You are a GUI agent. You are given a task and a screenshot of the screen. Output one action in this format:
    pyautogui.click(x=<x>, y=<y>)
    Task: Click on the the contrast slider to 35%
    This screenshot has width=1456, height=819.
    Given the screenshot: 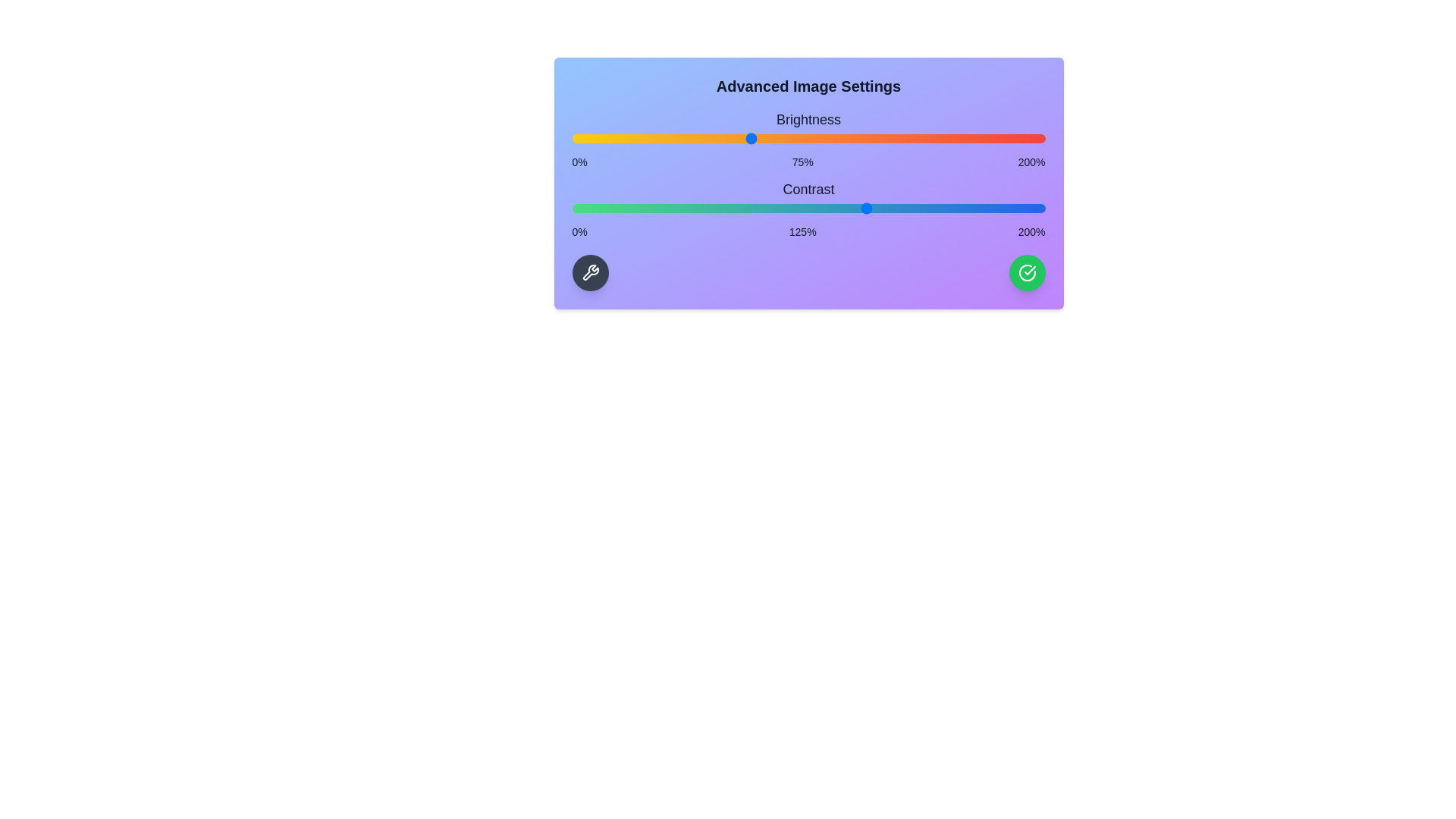 What is the action you would take?
    pyautogui.click(x=654, y=208)
    